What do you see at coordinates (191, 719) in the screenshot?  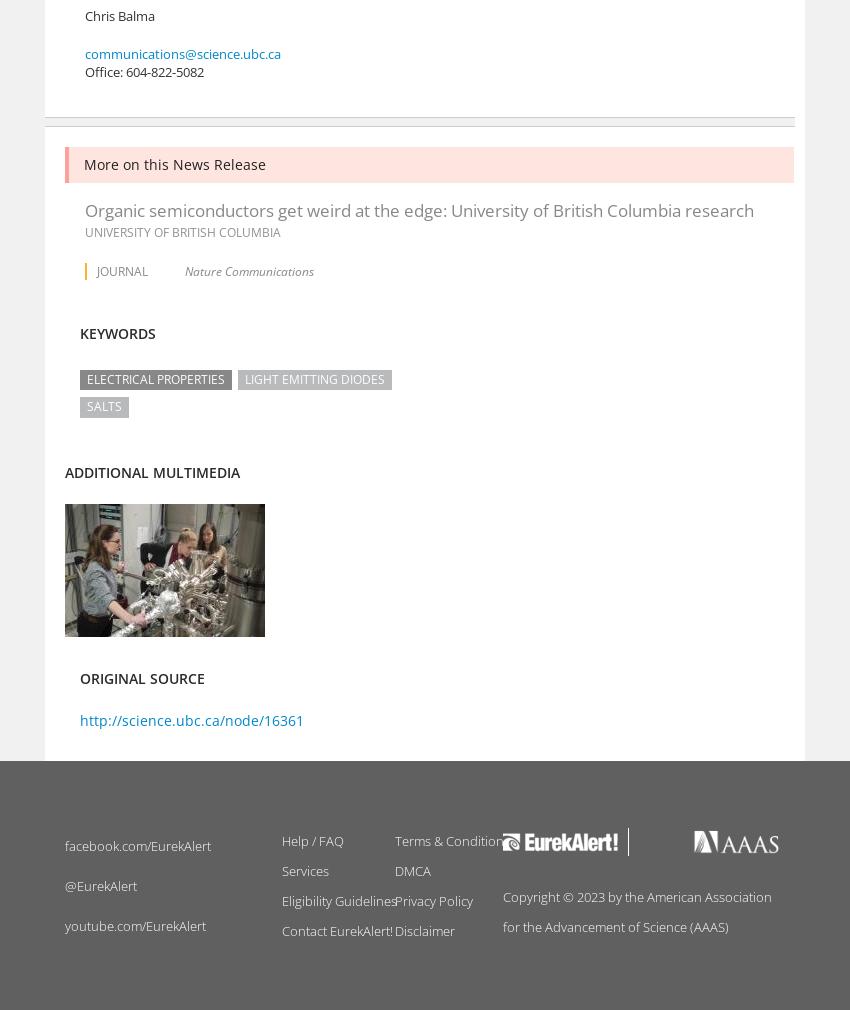 I see `'http://science.ubc.ca/node/16361'` at bounding box center [191, 719].